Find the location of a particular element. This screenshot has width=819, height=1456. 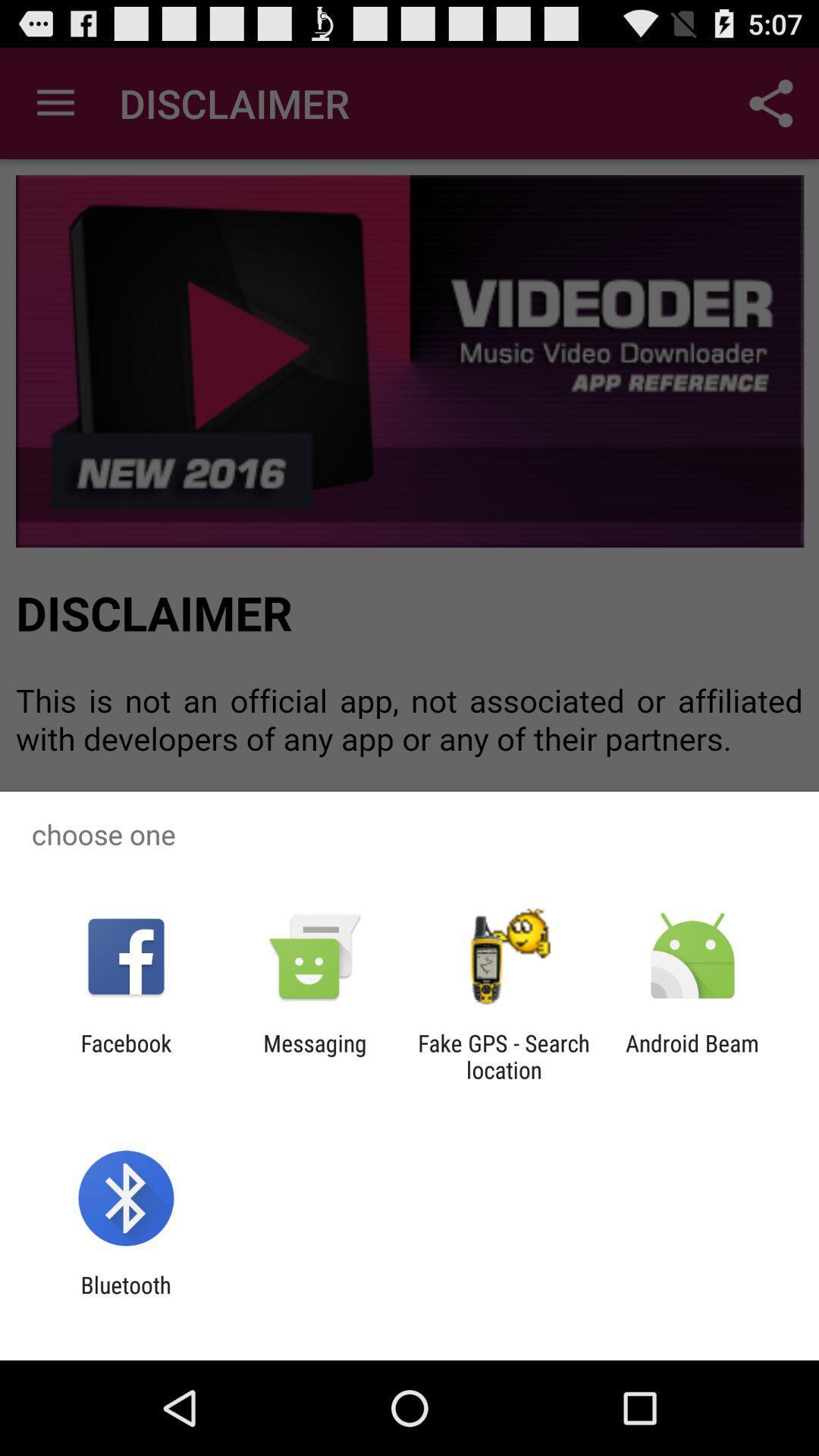

the messaging item is located at coordinates (314, 1056).